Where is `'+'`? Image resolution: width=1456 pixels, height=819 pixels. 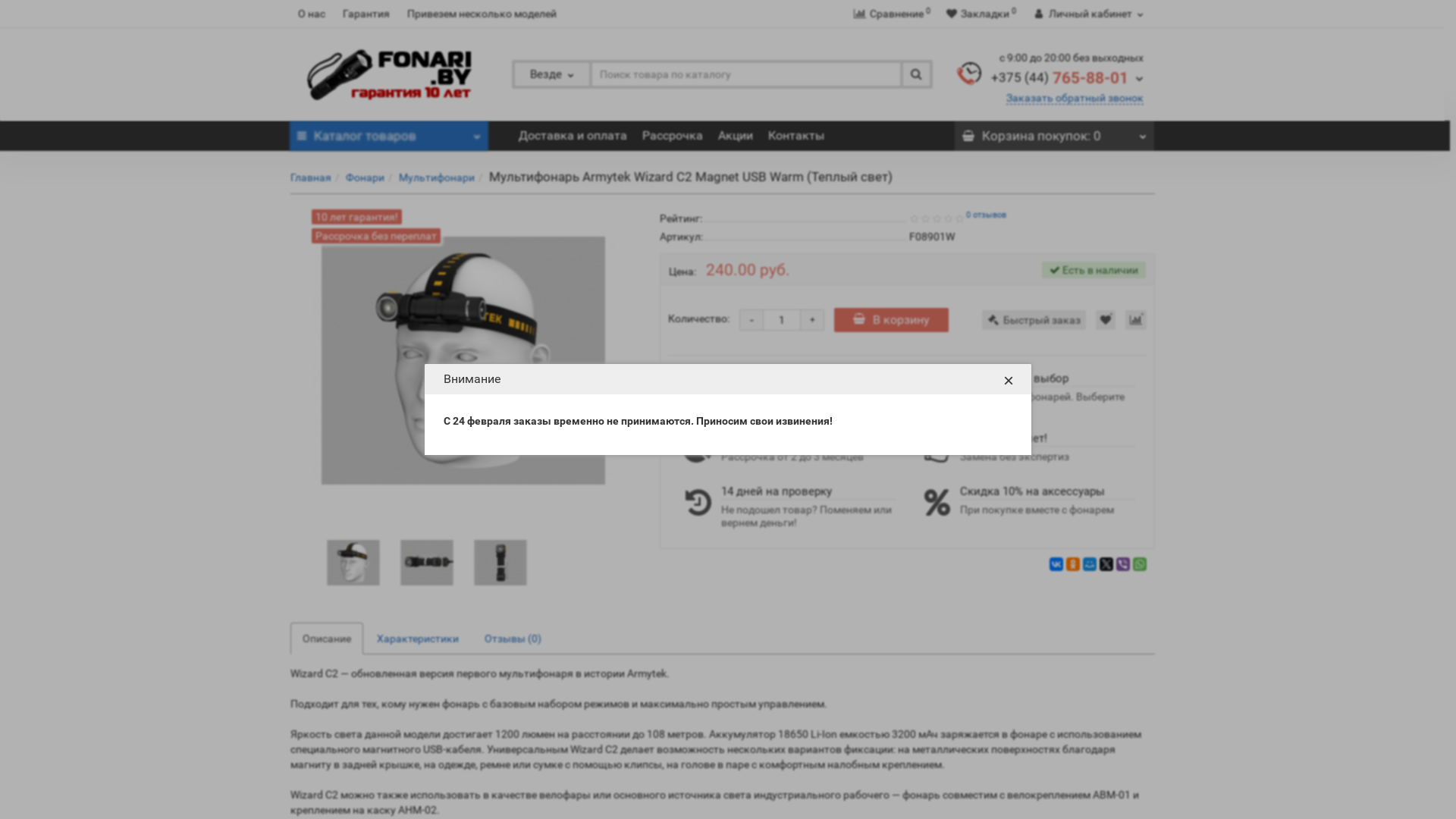 '+' is located at coordinates (811, 318).